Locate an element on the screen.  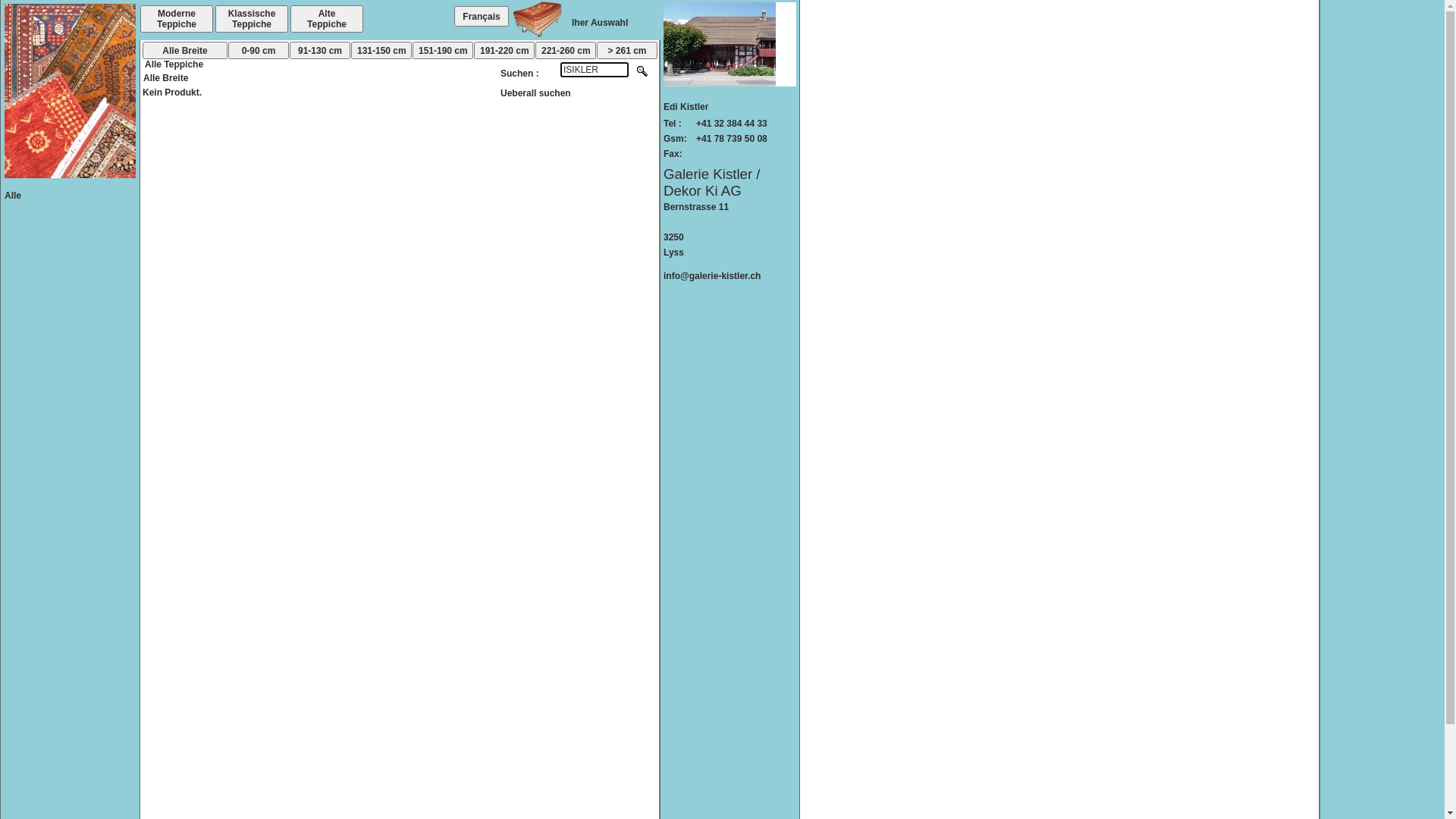
'Rechercher' is located at coordinates (630, 77).